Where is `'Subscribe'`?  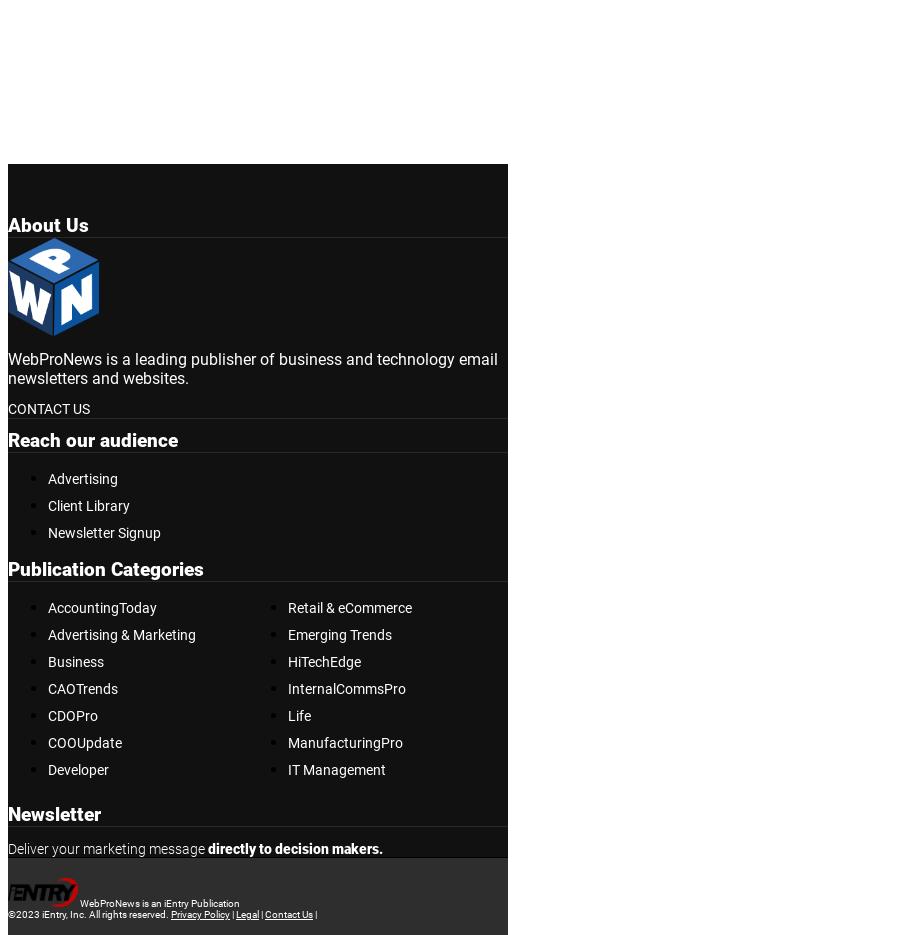
'Subscribe' is located at coordinates (42, 879).